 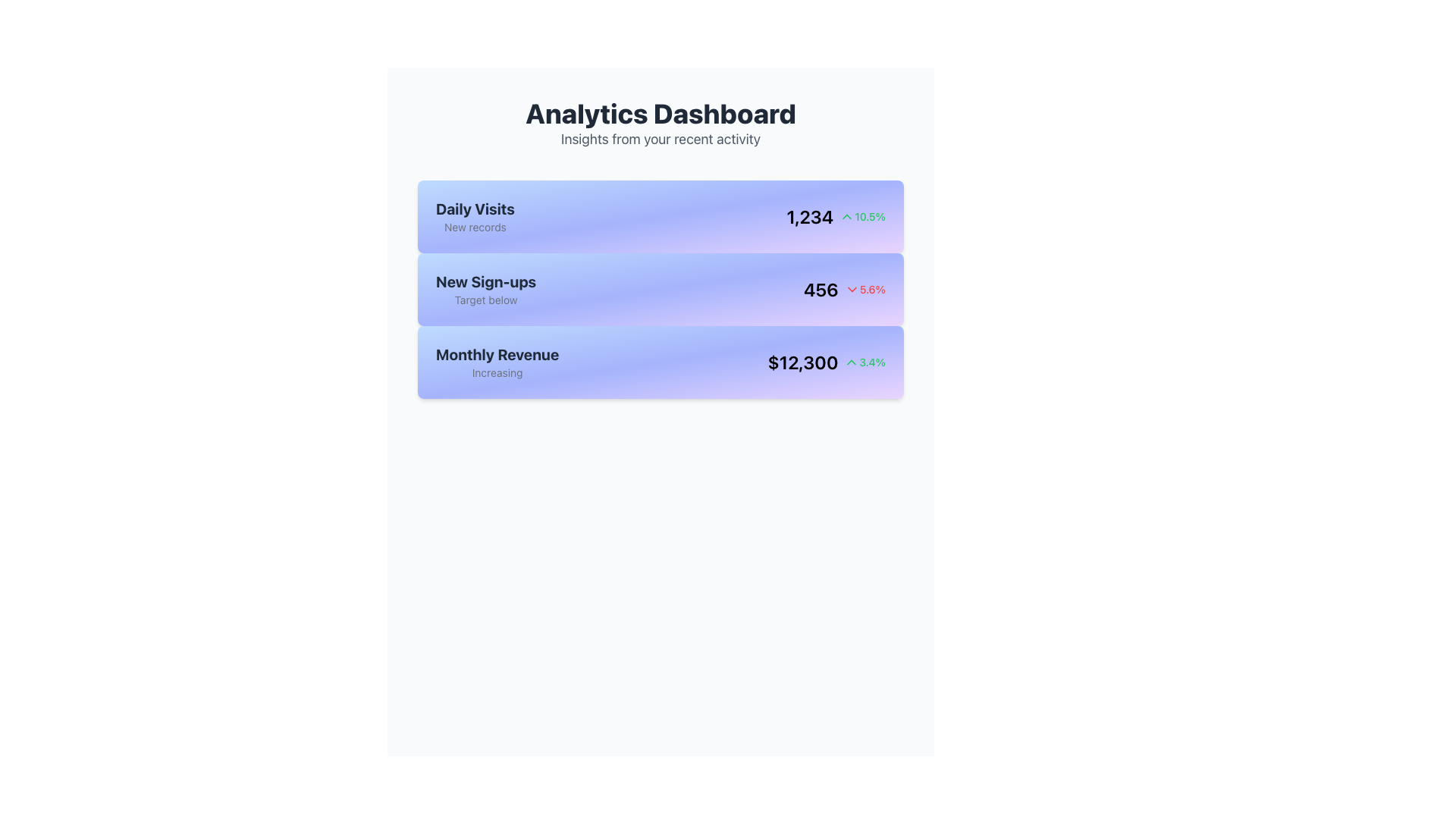 I want to click on the static text element displaying the percentage metric indicator for 'Daily Visits', which is styled in green and positioned to the right of the chevron icon, so click(x=862, y=216).